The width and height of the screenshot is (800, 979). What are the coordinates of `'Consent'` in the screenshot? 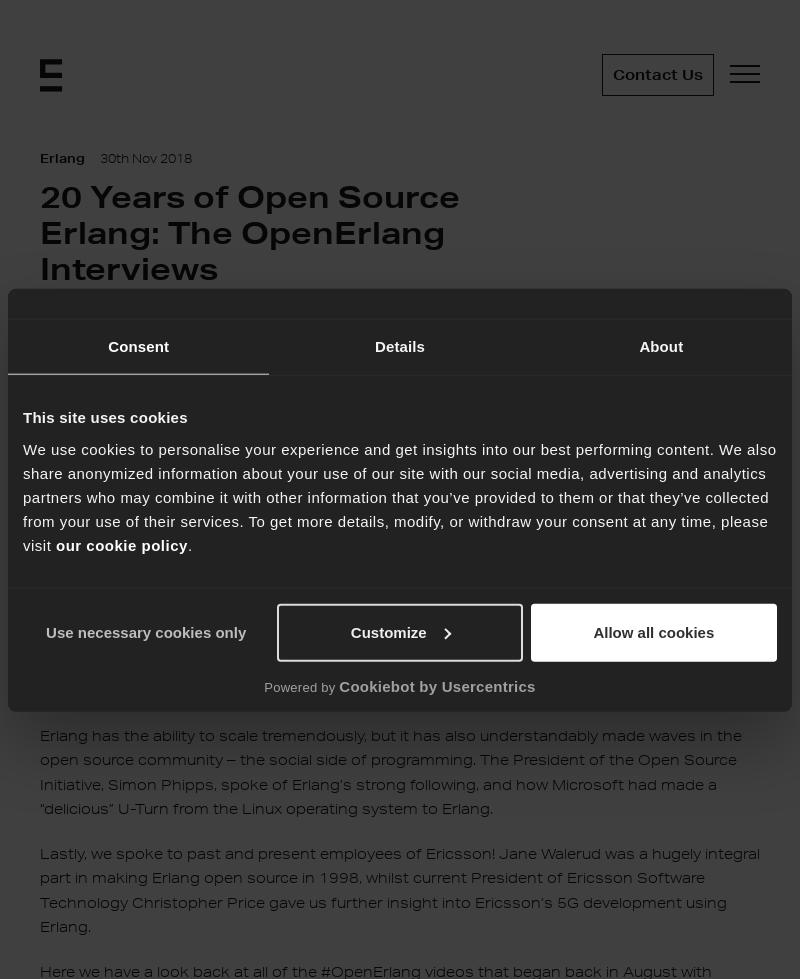 It's located at (138, 345).